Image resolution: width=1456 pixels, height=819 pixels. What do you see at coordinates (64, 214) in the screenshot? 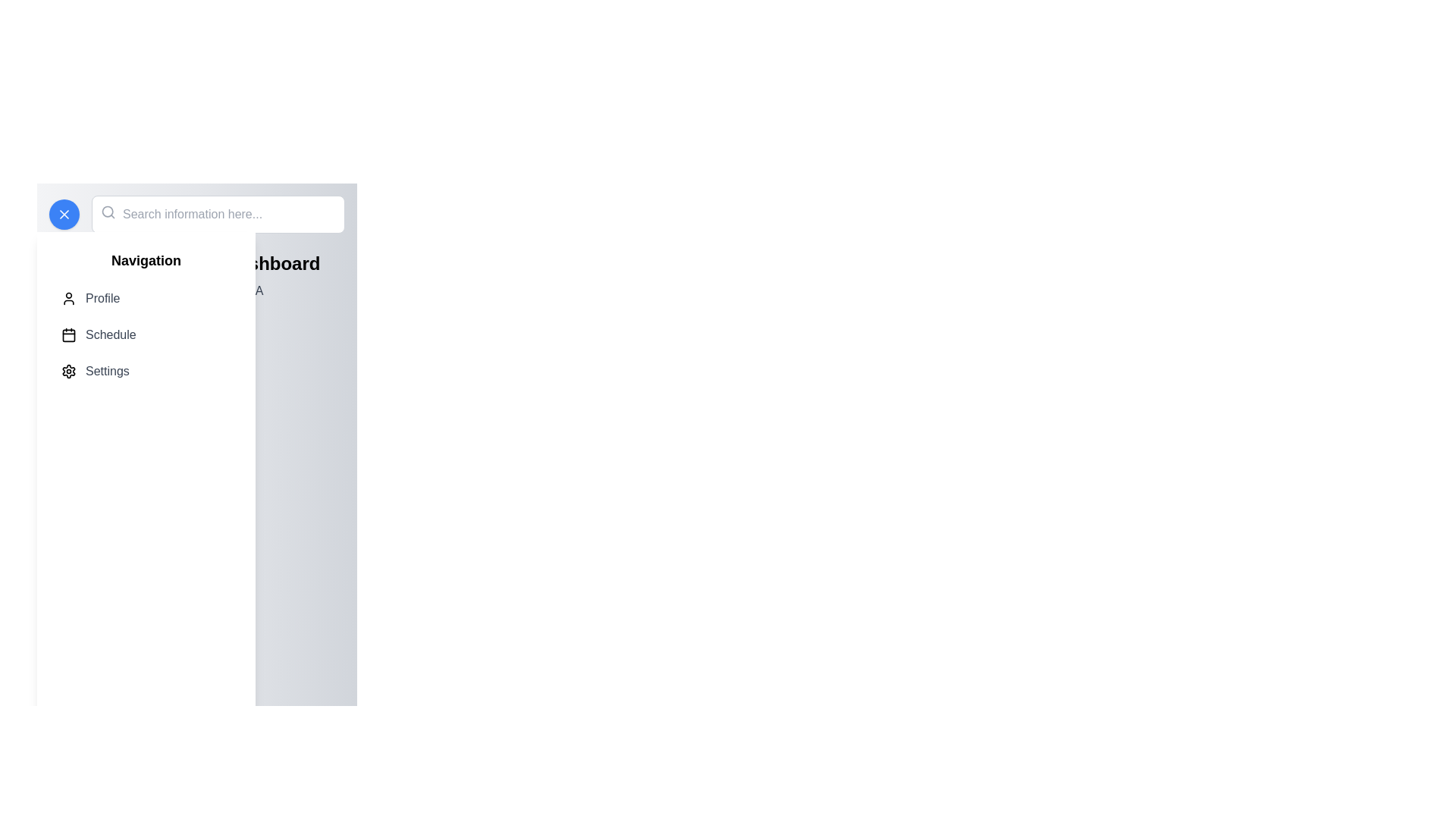
I see `the circular blue button with a white 'X' icon` at bounding box center [64, 214].